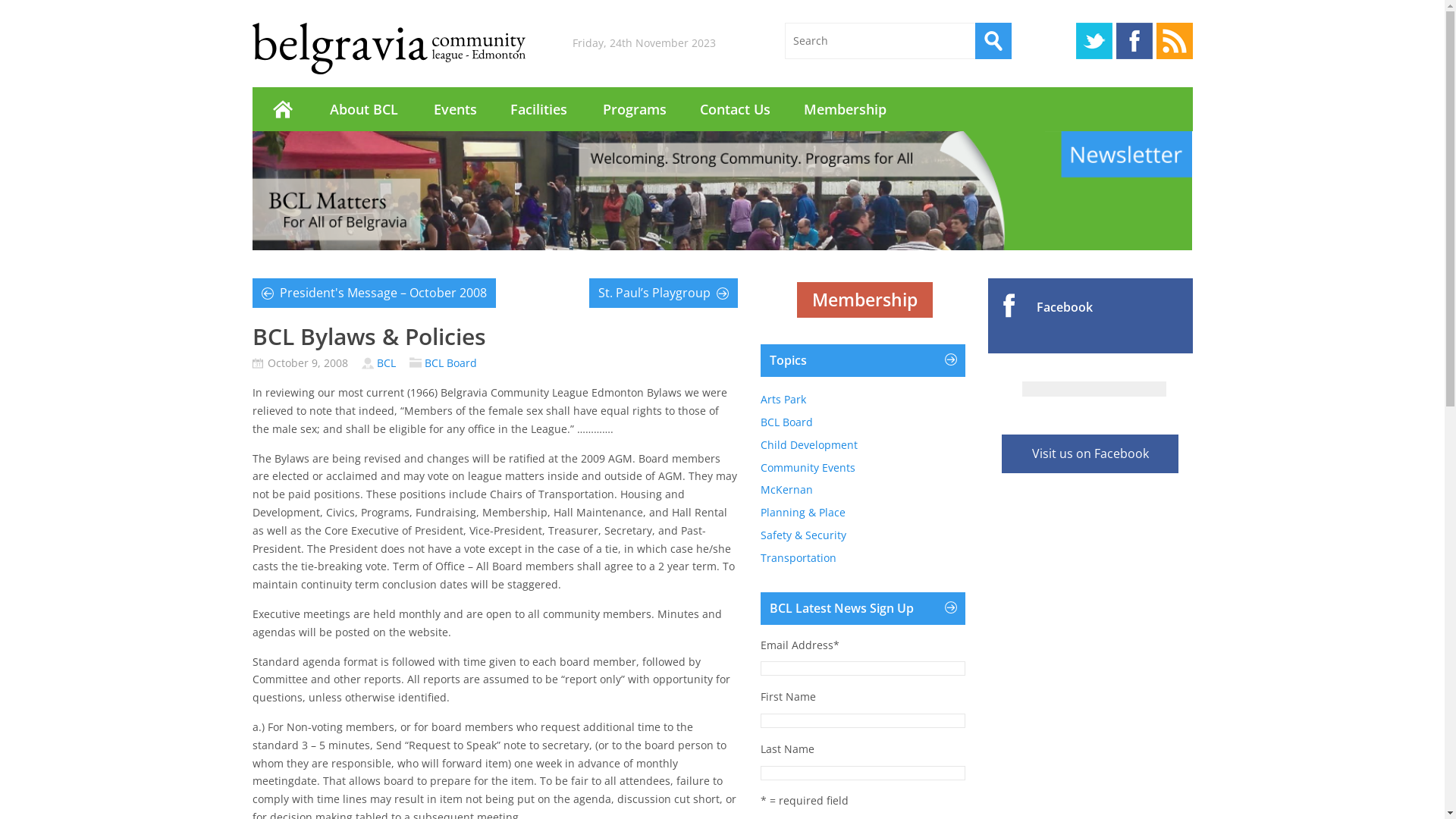 This screenshot has height=819, width=1456. I want to click on 'Child Development', so click(807, 444).